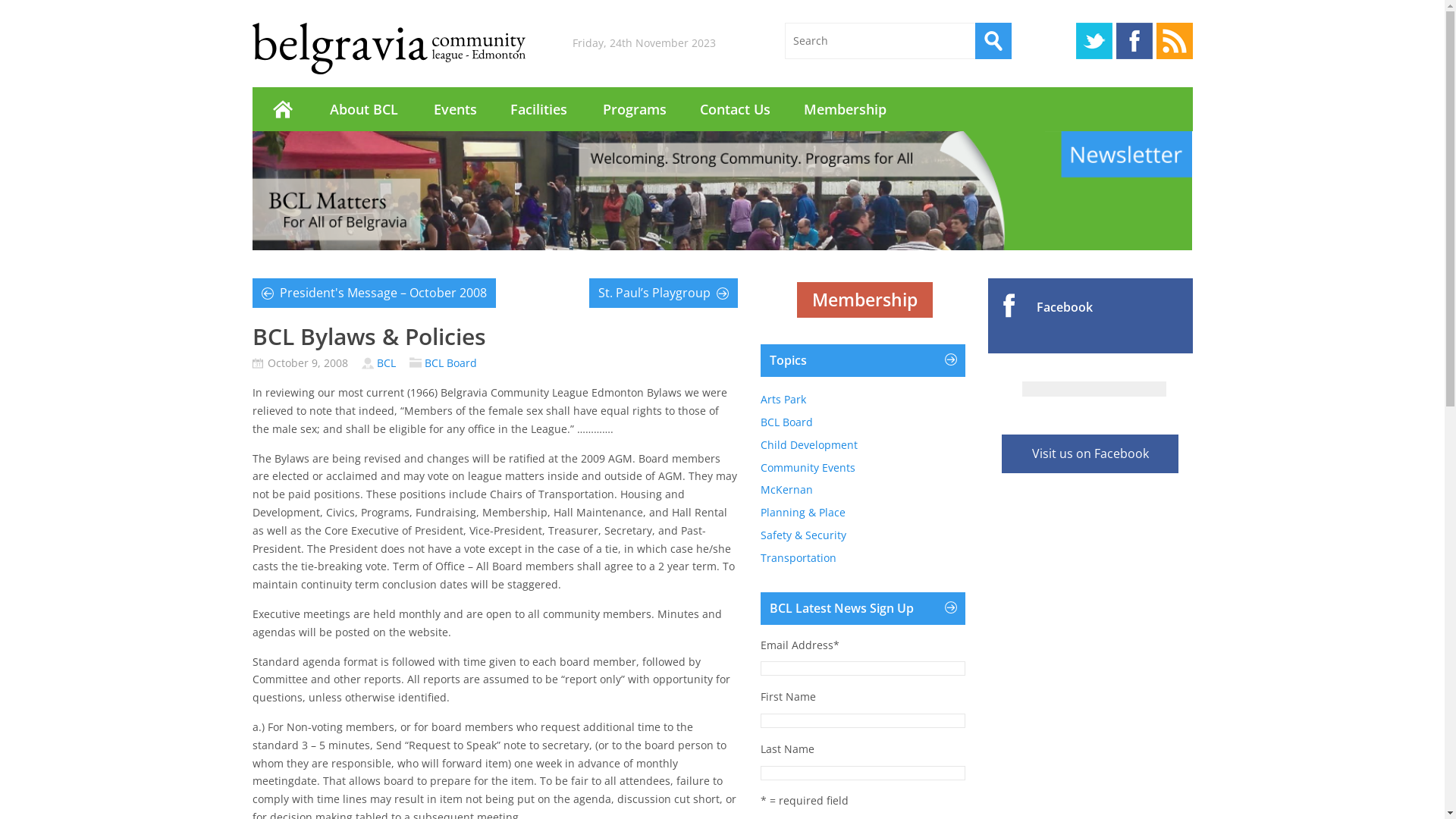 This screenshot has height=819, width=1456. I want to click on 'Child Development', so click(807, 444).